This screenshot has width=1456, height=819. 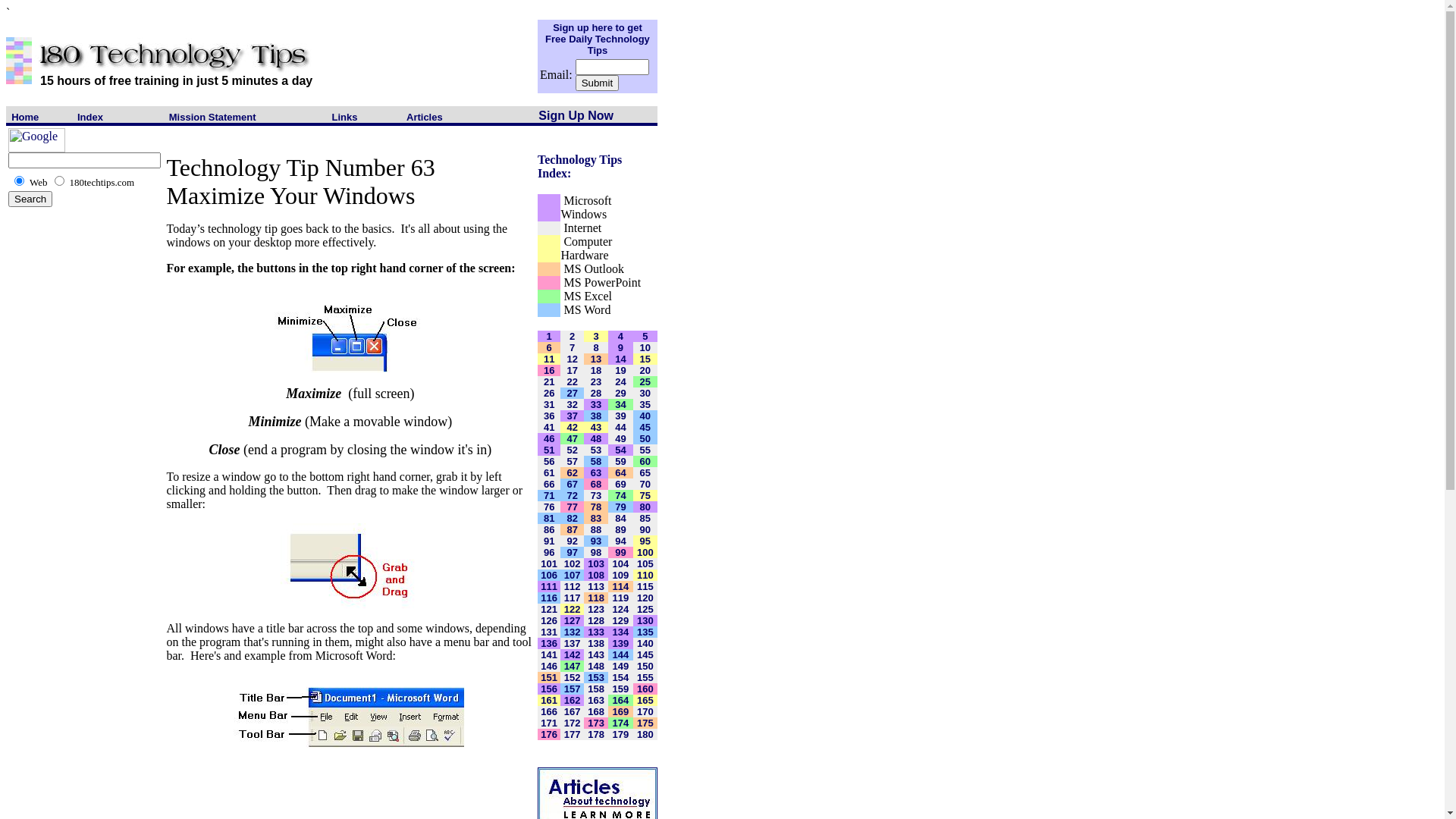 What do you see at coordinates (645, 517) in the screenshot?
I see `'85'` at bounding box center [645, 517].